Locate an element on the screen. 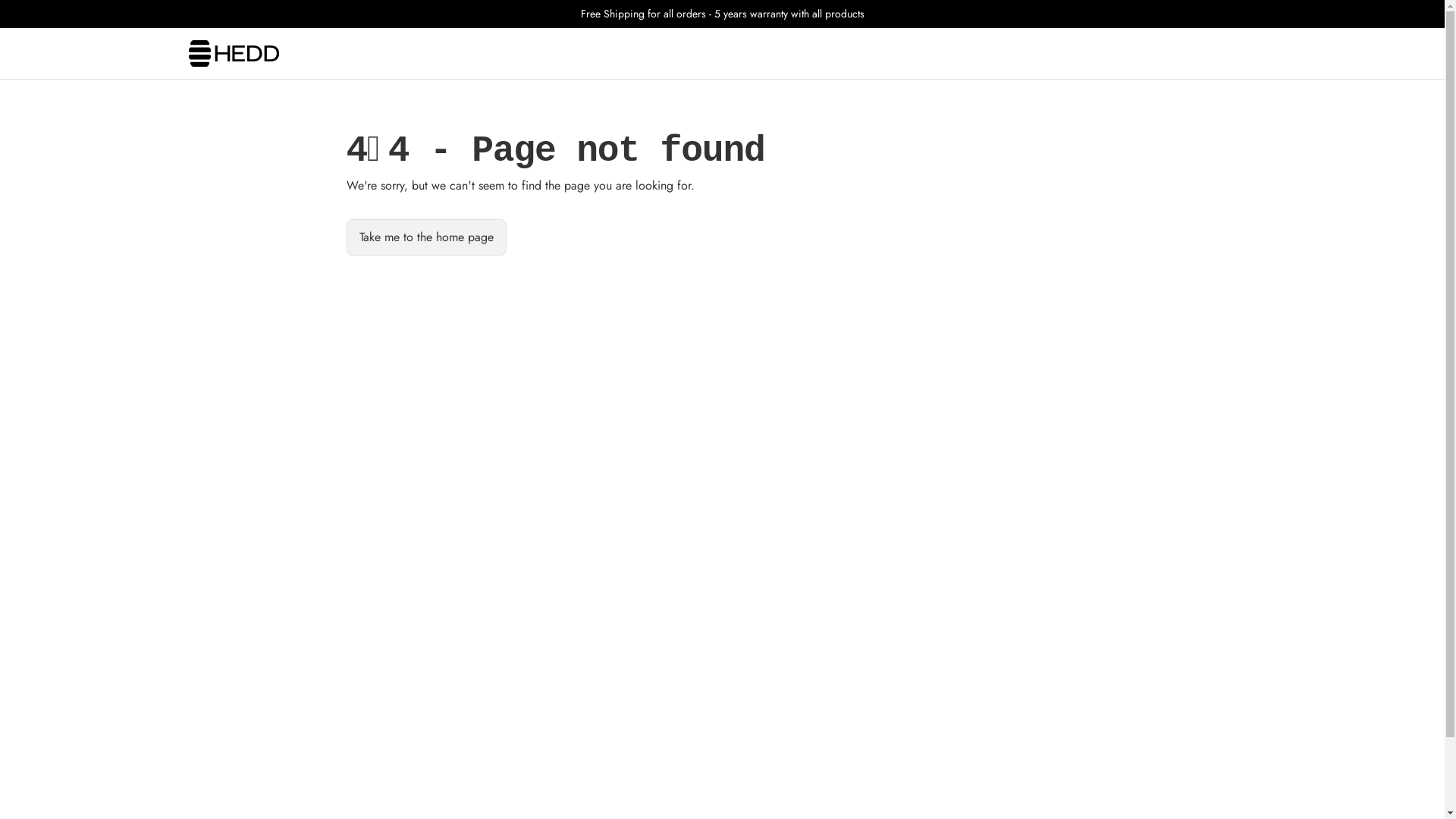 The width and height of the screenshot is (1456, 819). 'Take me to the home page' is located at coordinates (425, 237).